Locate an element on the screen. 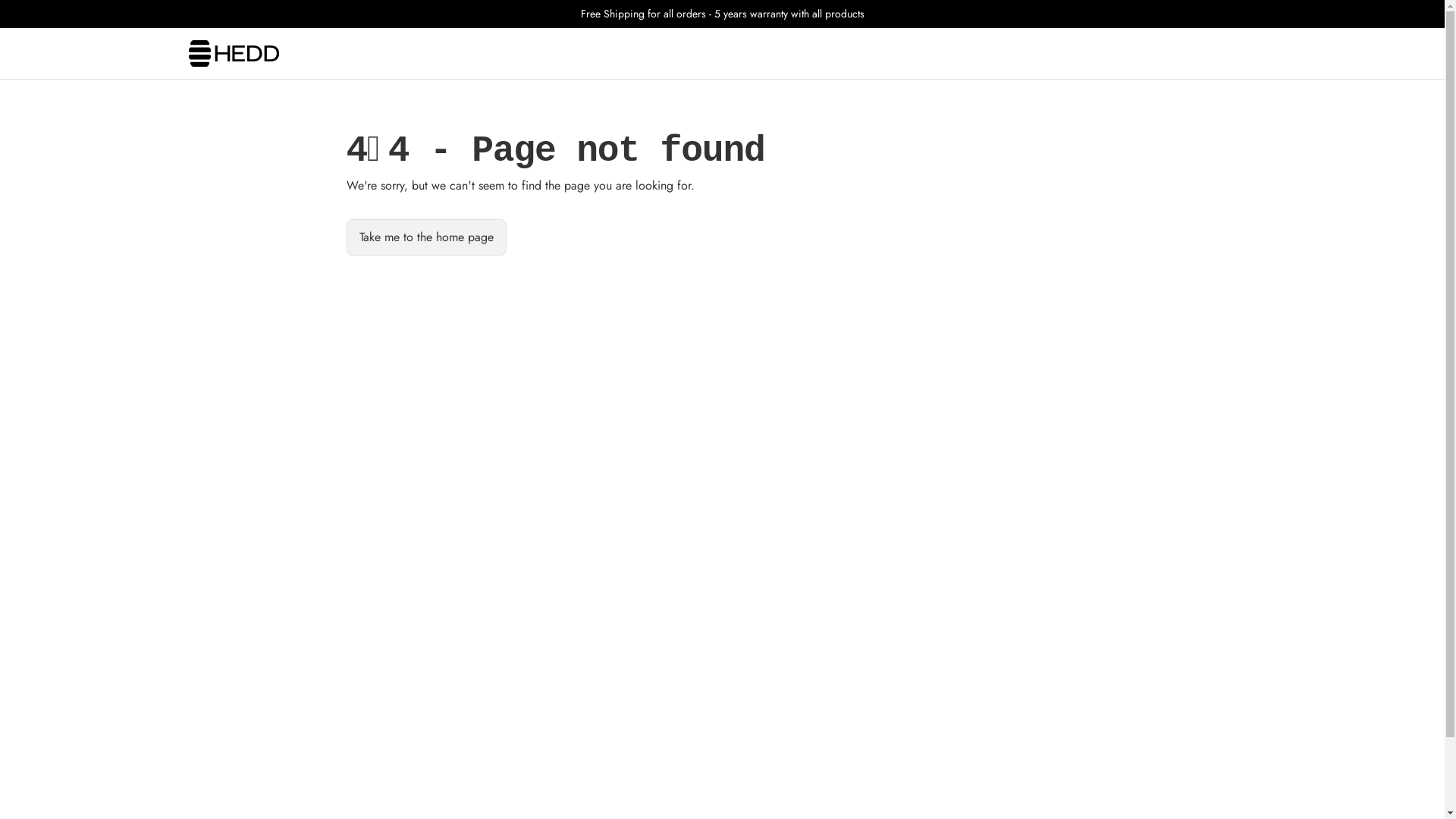 The width and height of the screenshot is (1456, 819). 'Take me to the home page' is located at coordinates (425, 237).